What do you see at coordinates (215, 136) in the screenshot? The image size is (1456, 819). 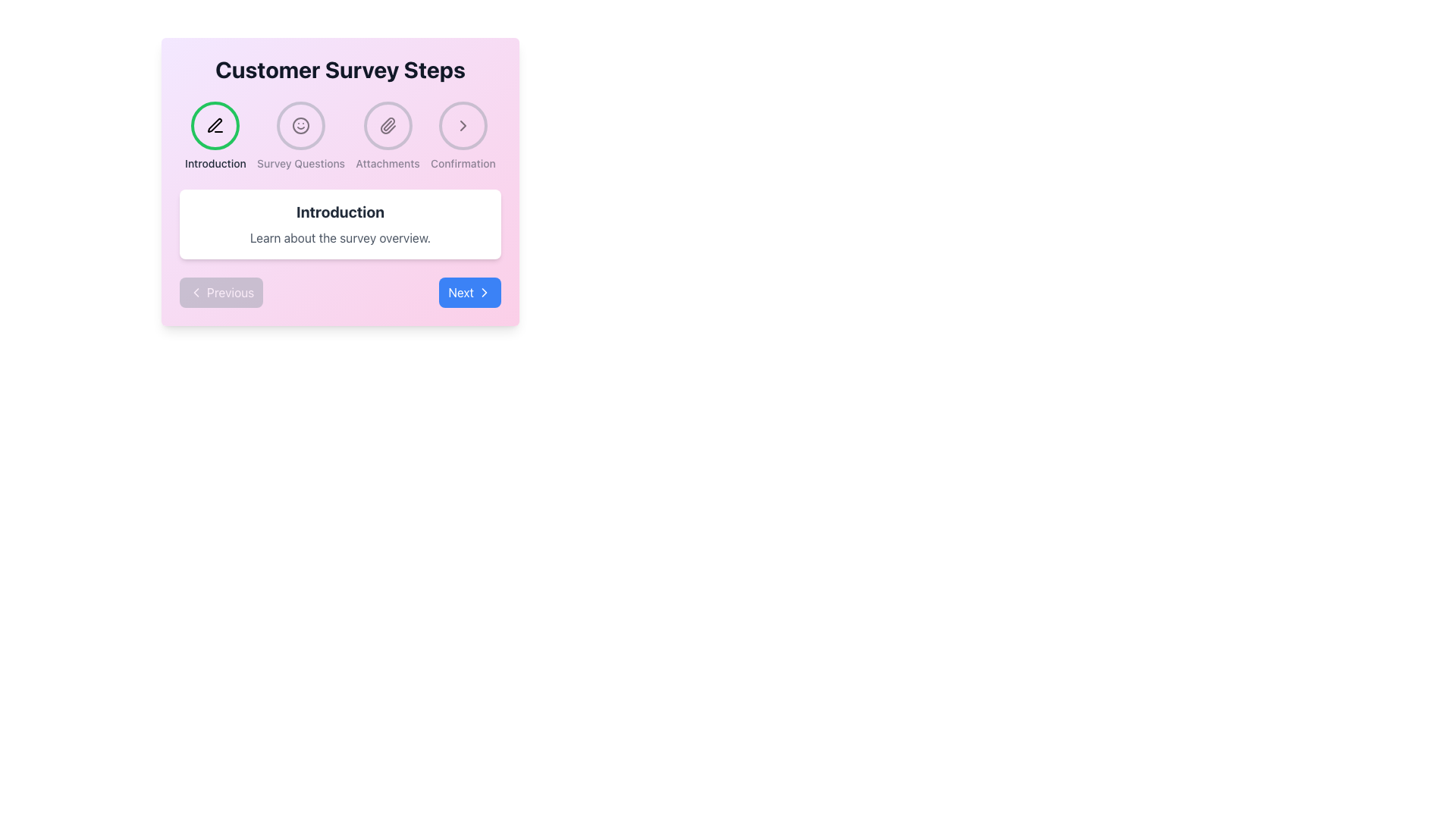 I see `the first step indicator of the navigation sequence for the survey wizard, labeled 'Customer Survey Steps'` at bounding box center [215, 136].